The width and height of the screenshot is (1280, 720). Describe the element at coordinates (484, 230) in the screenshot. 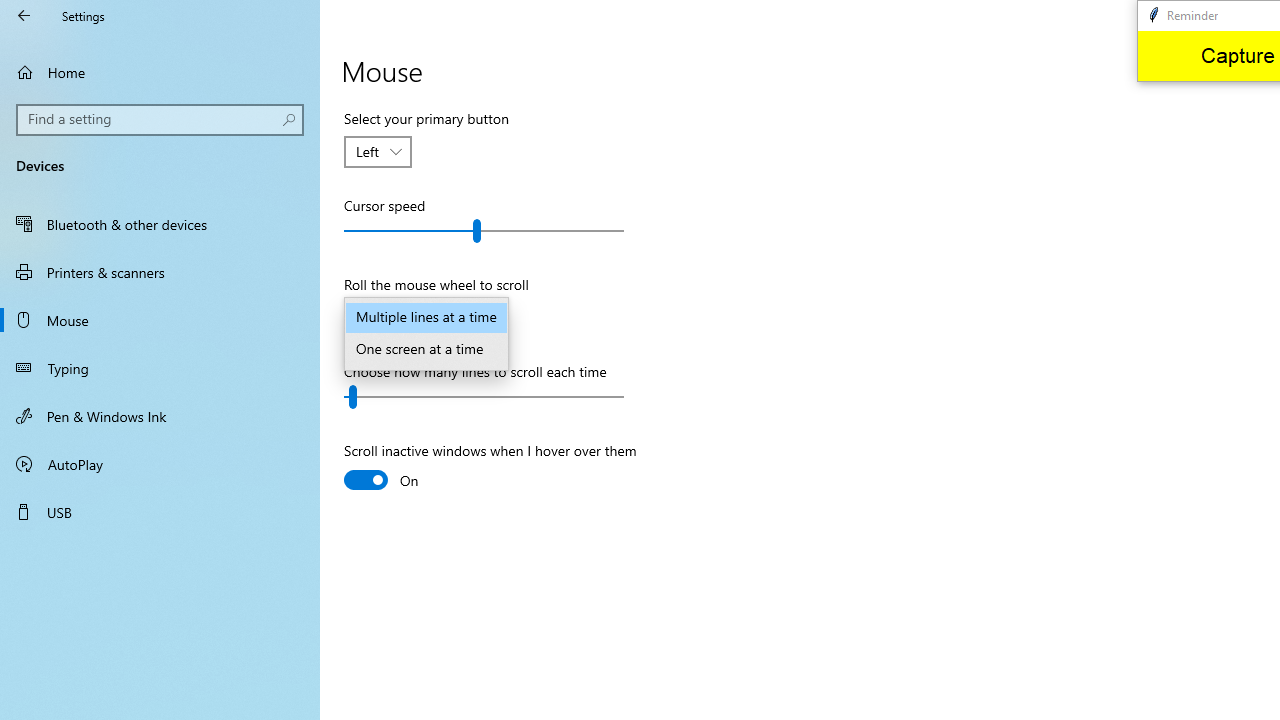

I see `'Cursor speed'` at that location.